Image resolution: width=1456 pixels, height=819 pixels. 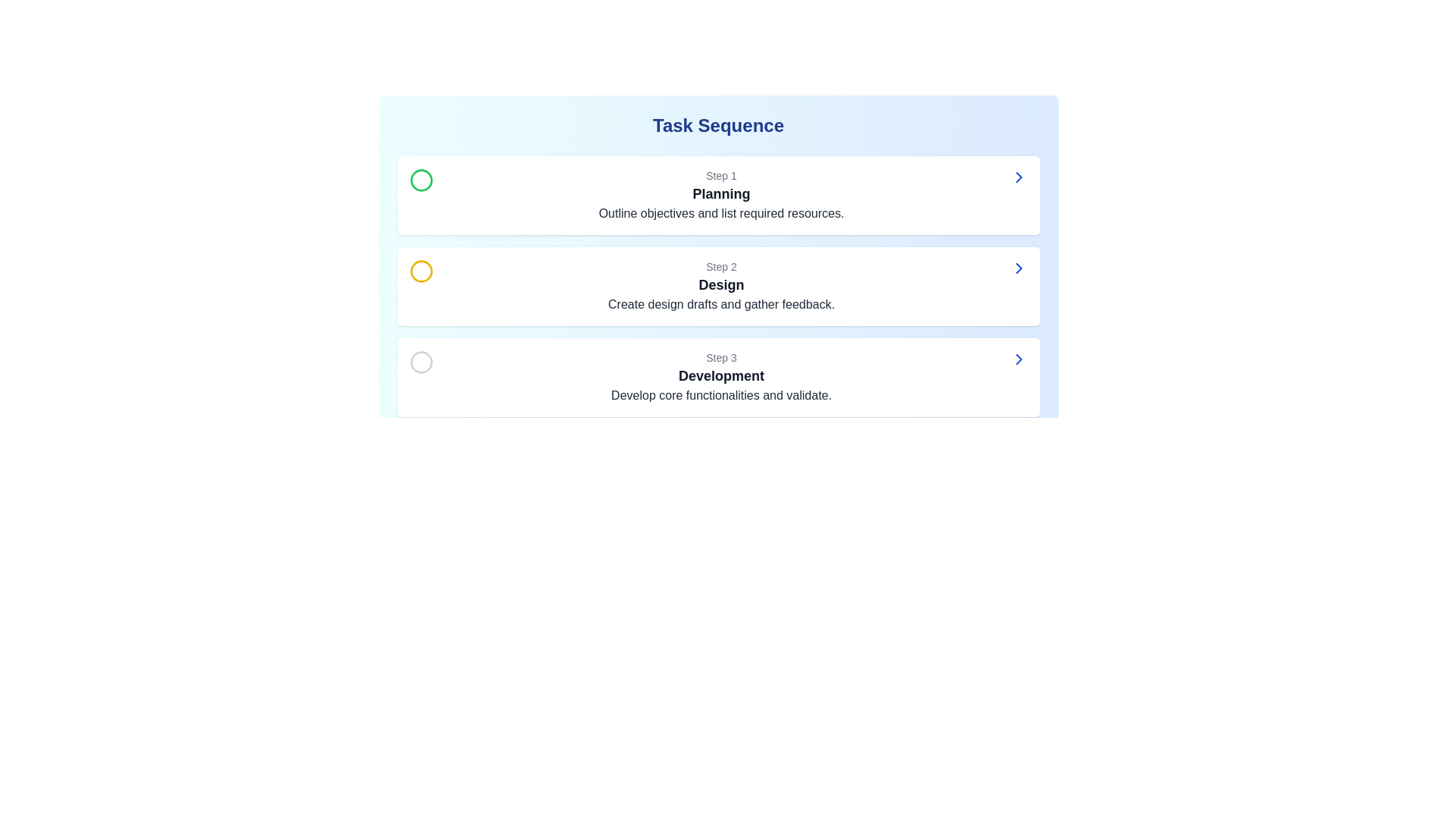 What do you see at coordinates (720, 375) in the screenshot?
I see `the static text header for the Step 3 section, which indicates the content's topic and is positioned between the 'Step 3' label and the descriptive text below it` at bounding box center [720, 375].